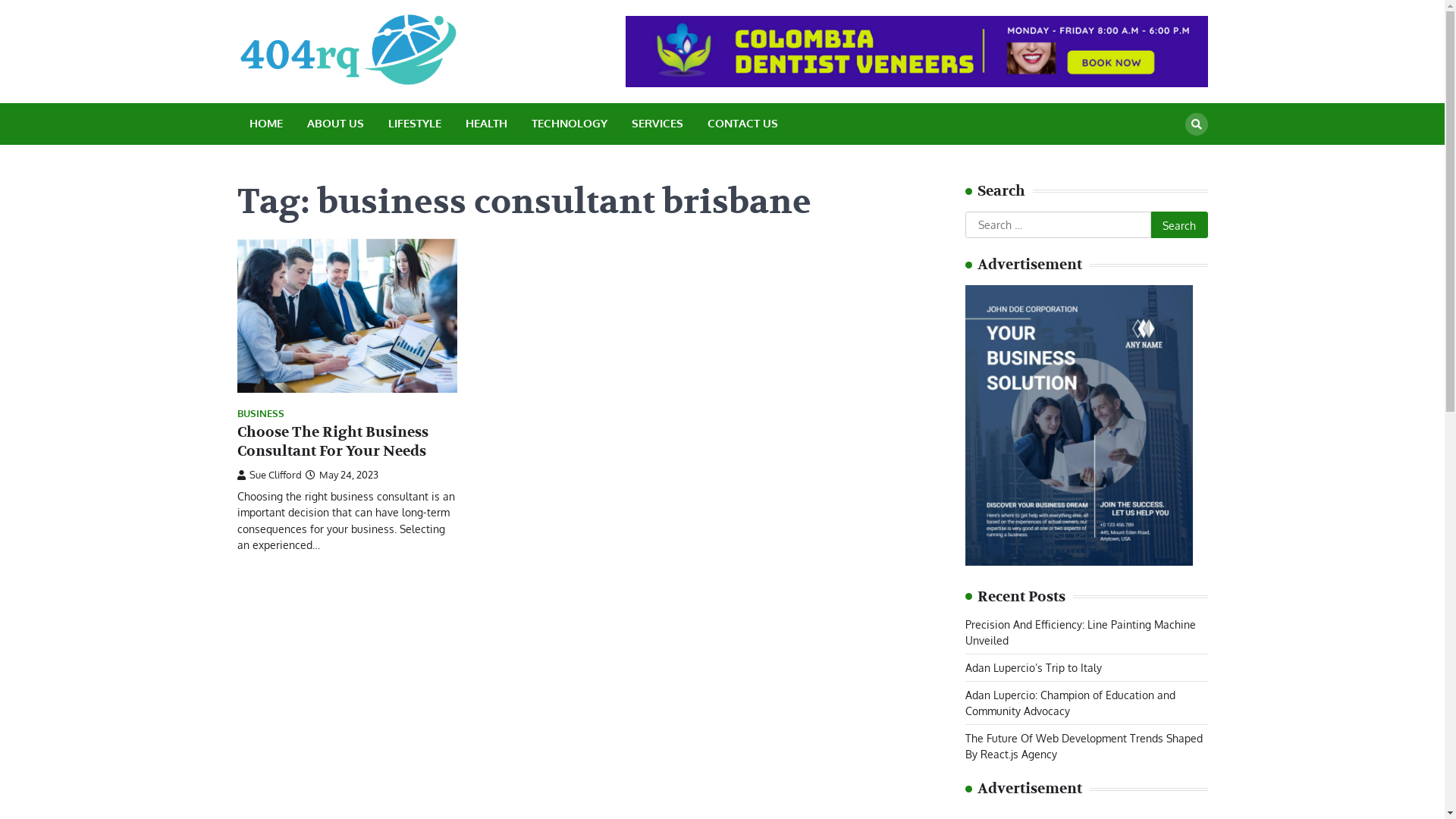 Image resolution: width=1456 pixels, height=819 pixels. Describe the element at coordinates (1068, 702) in the screenshot. I see `'Adan Lupercio: Champion of Education and Community Advocacy'` at that location.